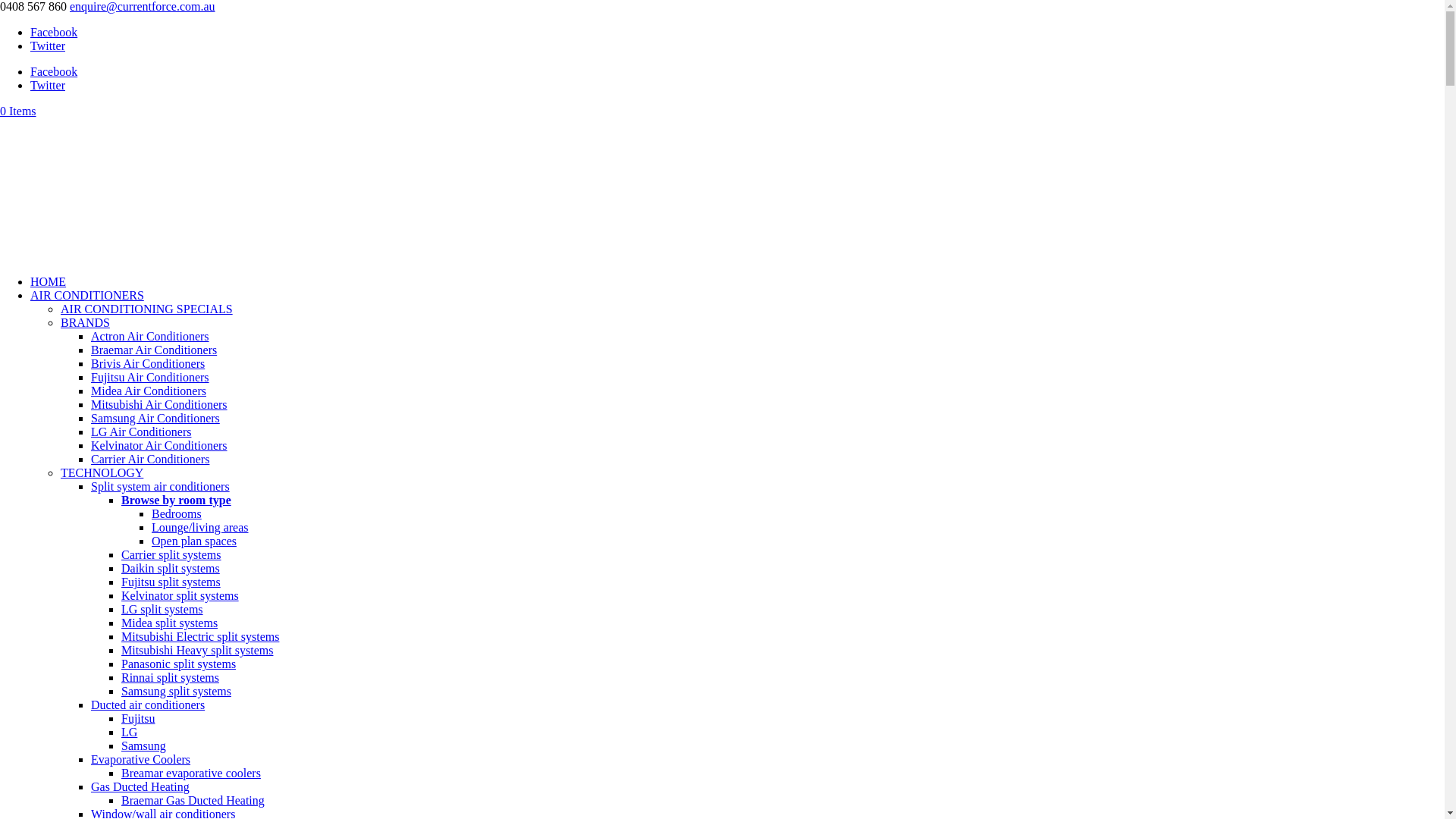 The width and height of the screenshot is (1456, 819). I want to click on 'Gas Ducted Heating', so click(140, 786).